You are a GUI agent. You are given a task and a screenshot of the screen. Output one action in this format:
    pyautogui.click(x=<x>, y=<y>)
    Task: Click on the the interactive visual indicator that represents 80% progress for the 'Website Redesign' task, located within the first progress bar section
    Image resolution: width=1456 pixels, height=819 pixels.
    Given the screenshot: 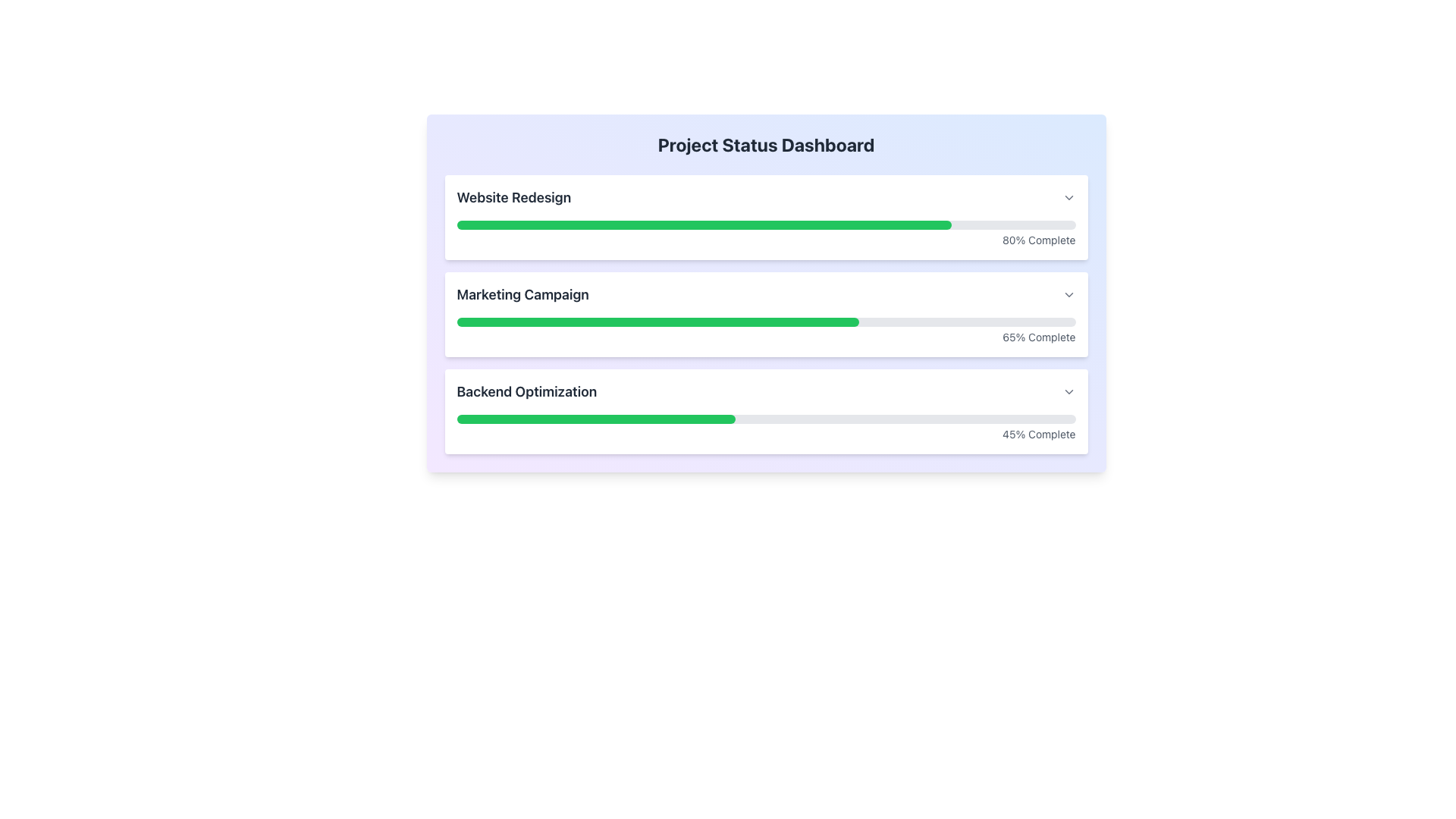 What is the action you would take?
    pyautogui.click(x=703, y=225)
    